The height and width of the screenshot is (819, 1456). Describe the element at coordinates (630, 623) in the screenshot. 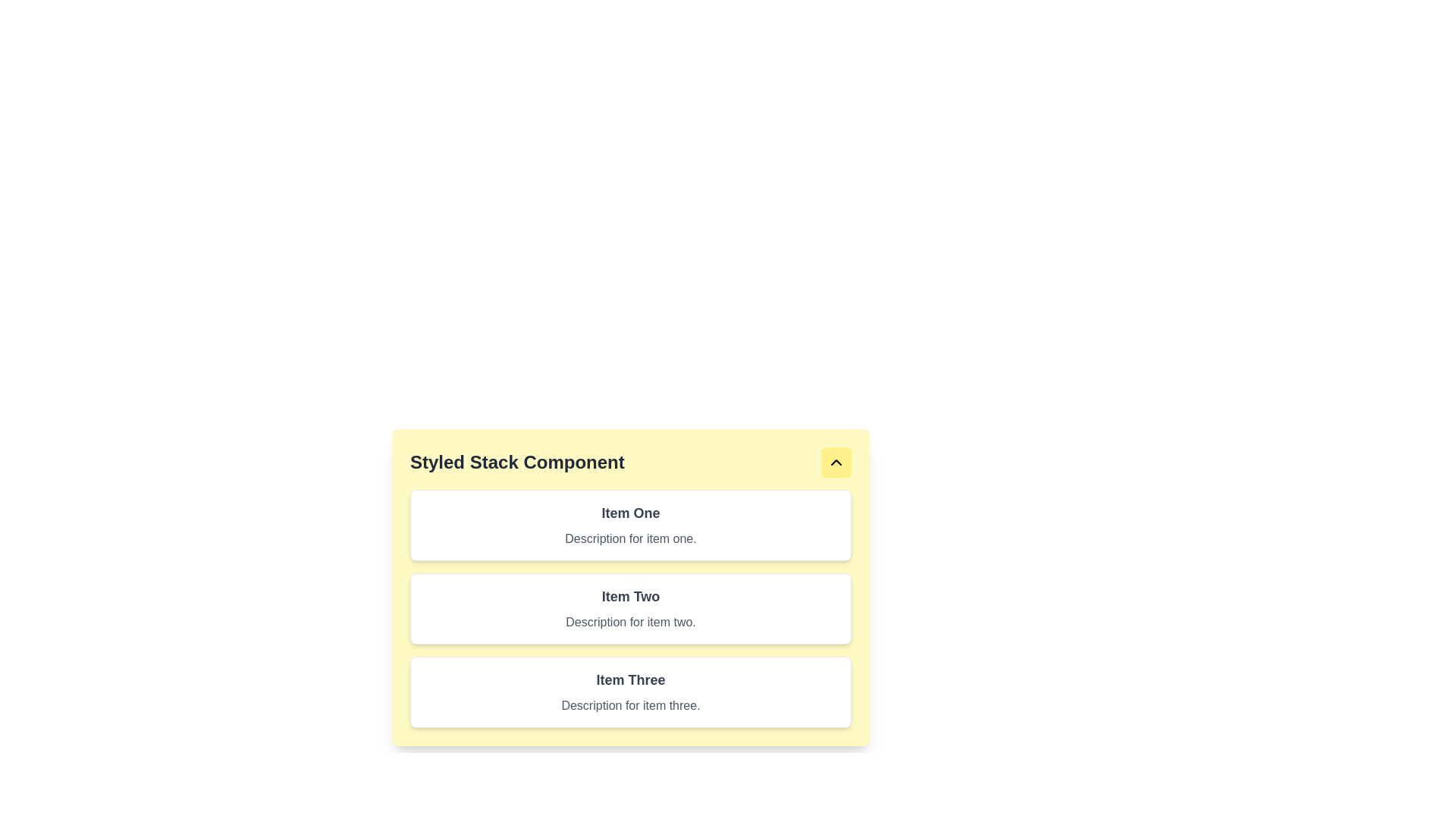

I see `descriptive text located below the title 'Item Two' in the middle card of the vertically stacked layout` at that location.